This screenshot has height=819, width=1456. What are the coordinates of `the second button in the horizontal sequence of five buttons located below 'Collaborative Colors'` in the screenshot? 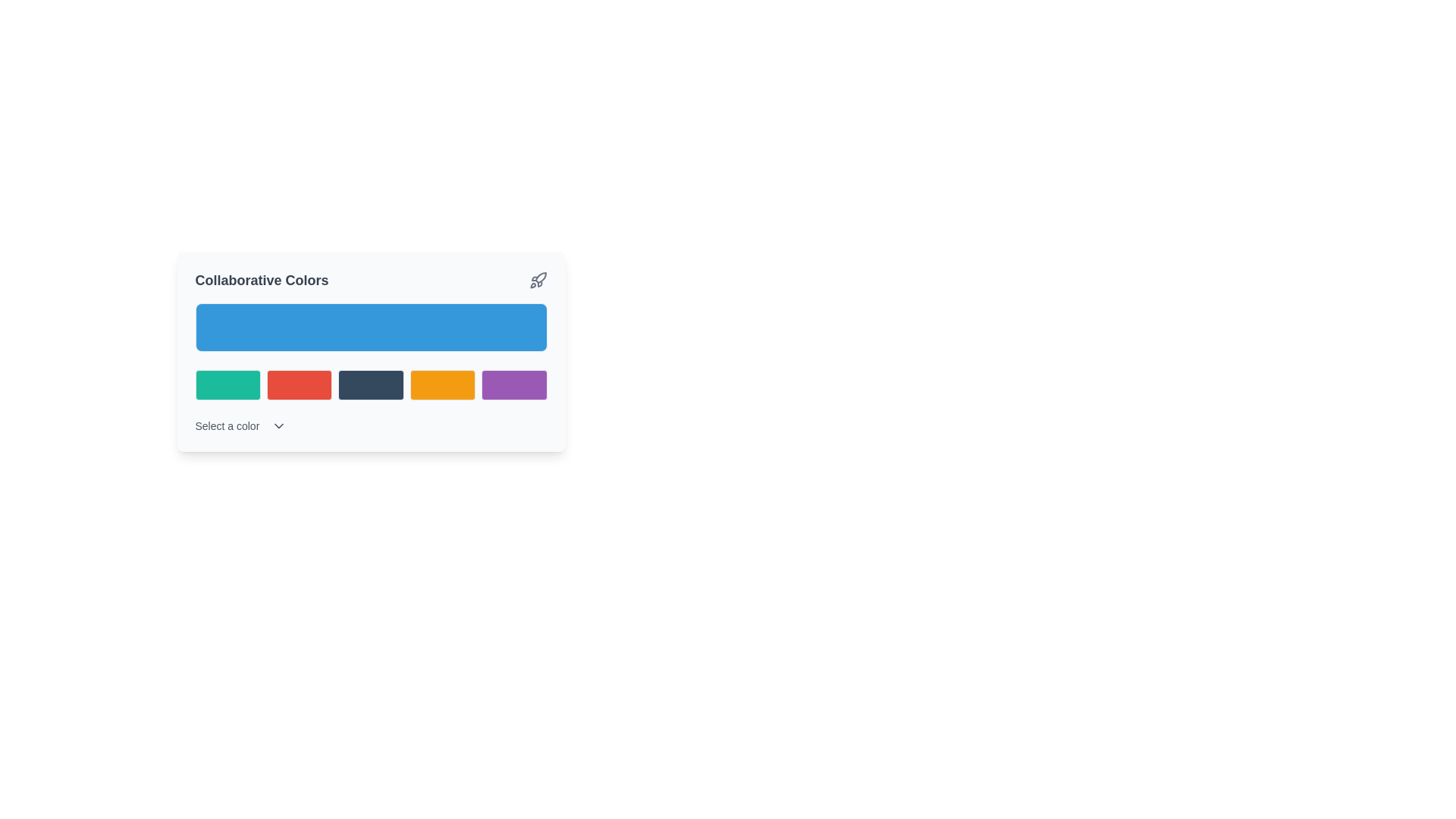 It's located at (300, 384).